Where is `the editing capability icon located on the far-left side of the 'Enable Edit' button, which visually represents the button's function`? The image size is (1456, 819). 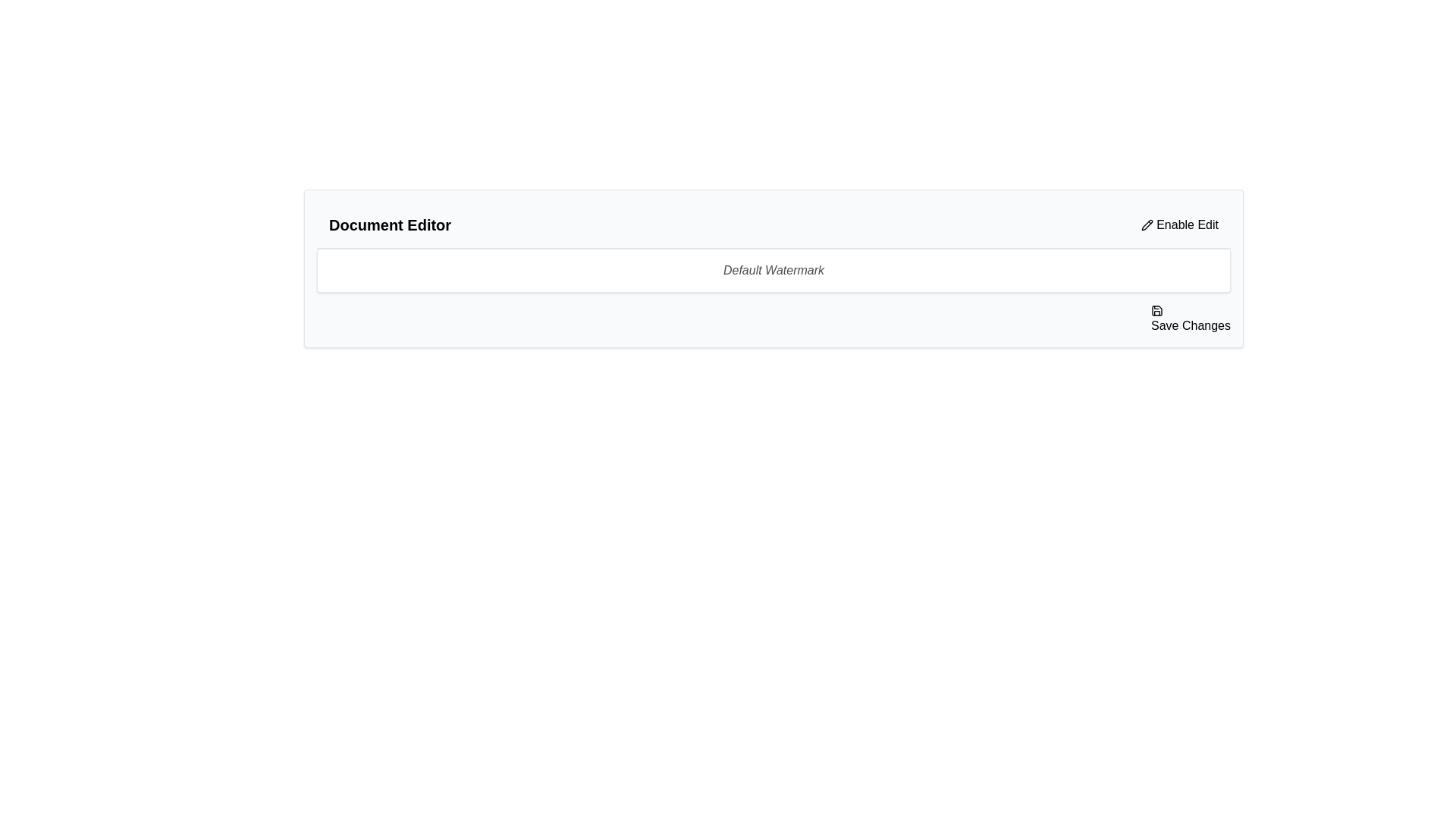
the editing capability icon located on the far-left side of the 'Enable Edit' button, which visually represents the button's function is located at coordinates (1147, 225).